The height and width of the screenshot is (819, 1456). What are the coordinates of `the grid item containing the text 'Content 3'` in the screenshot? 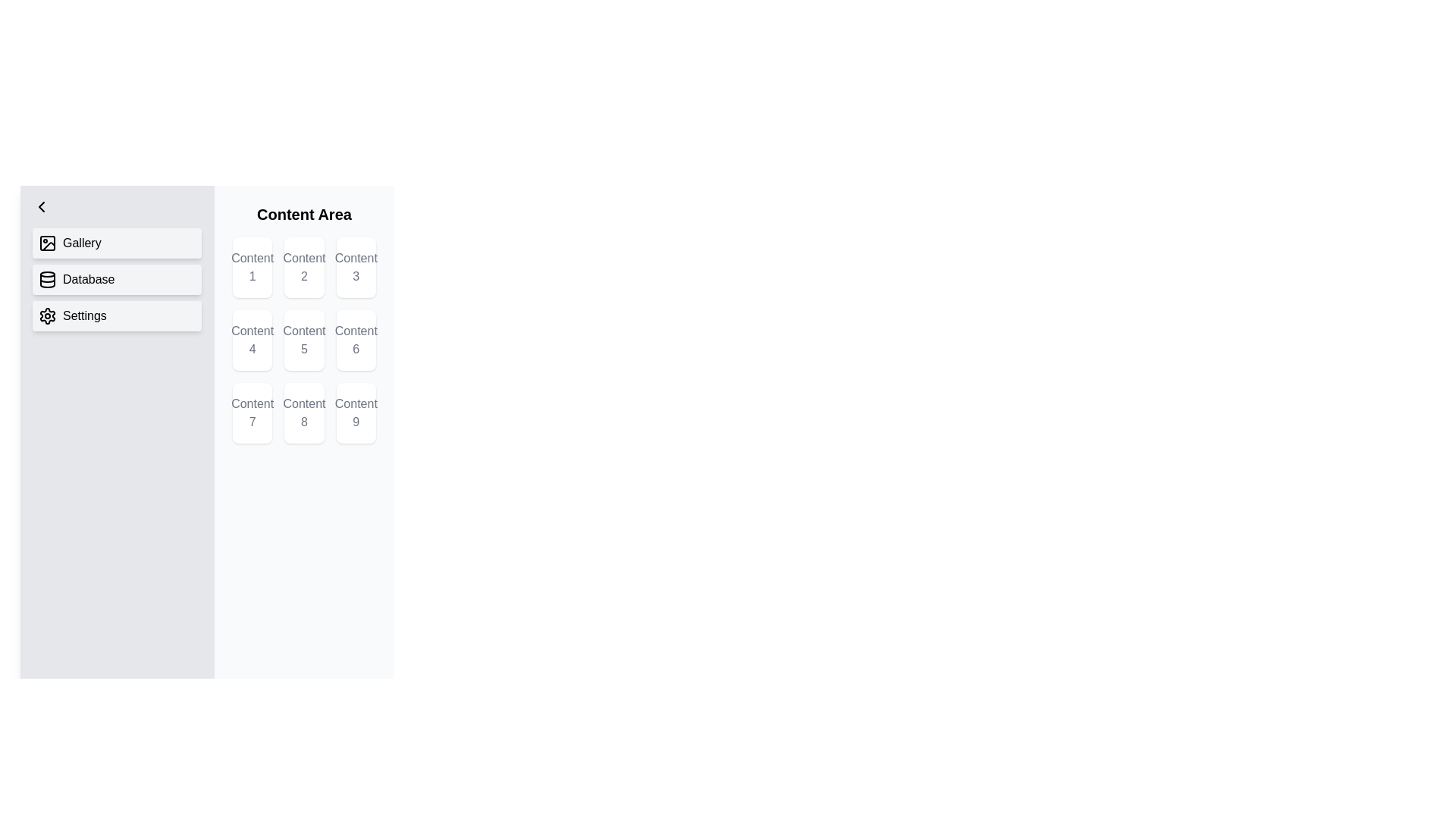 It's located at (355, 267).